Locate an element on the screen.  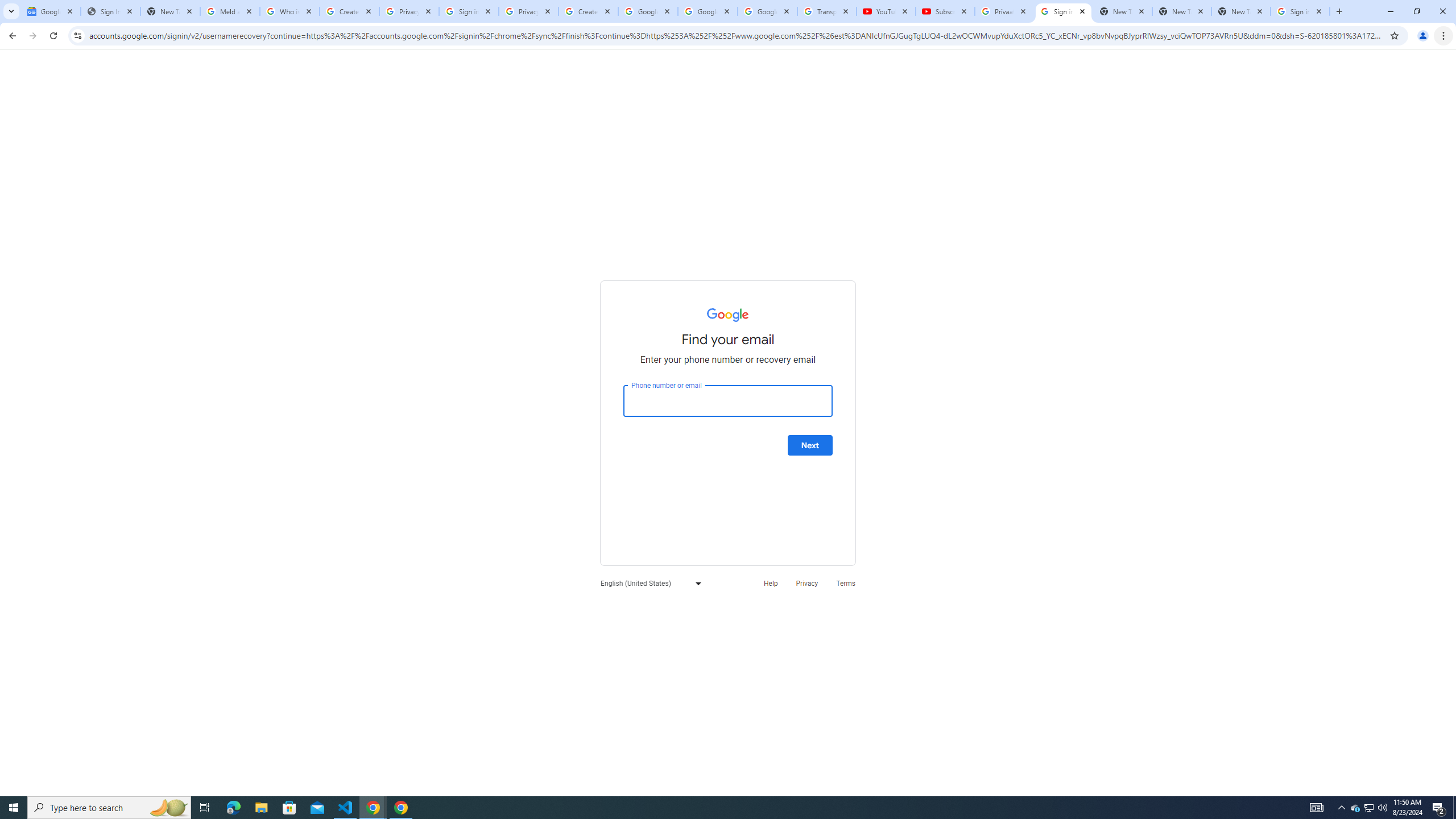
'Subscriptions - YouTube' is located at coordinates (944, 11).